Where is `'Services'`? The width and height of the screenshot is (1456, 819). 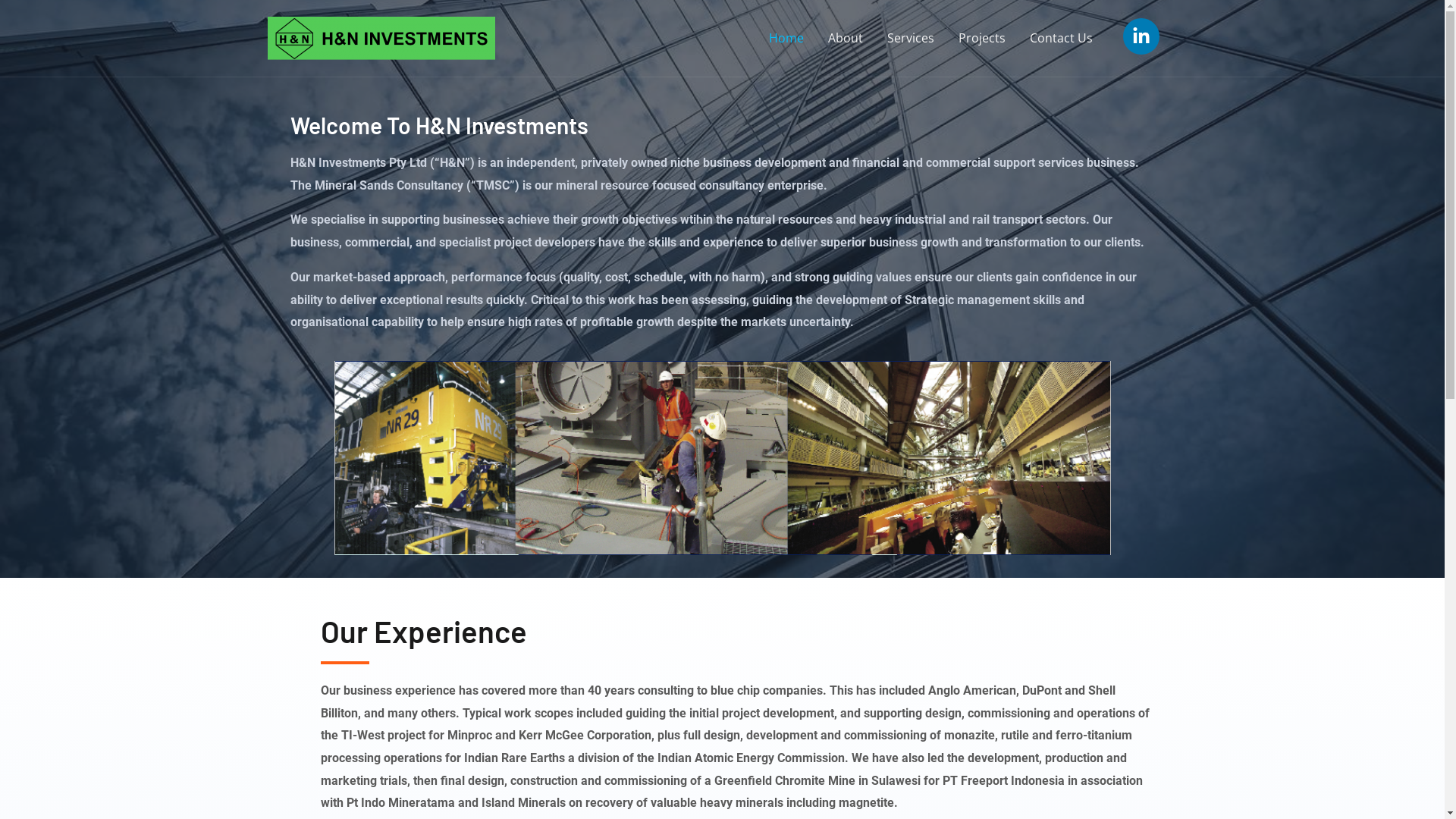
'Services' is located at coordinates (910, 37).